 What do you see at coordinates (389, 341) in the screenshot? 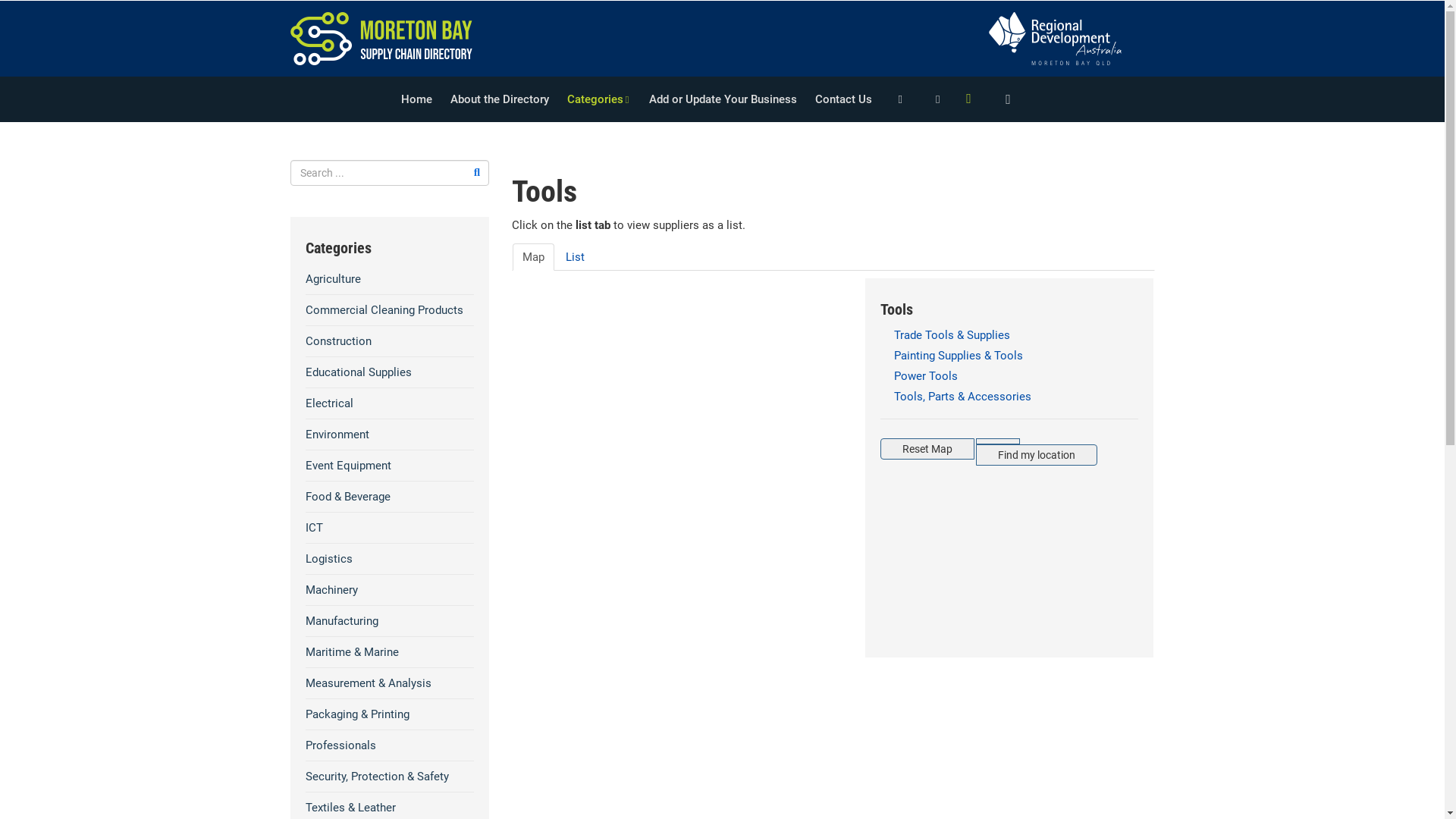
I see `'Construction'` at bounding box center [389, 341].